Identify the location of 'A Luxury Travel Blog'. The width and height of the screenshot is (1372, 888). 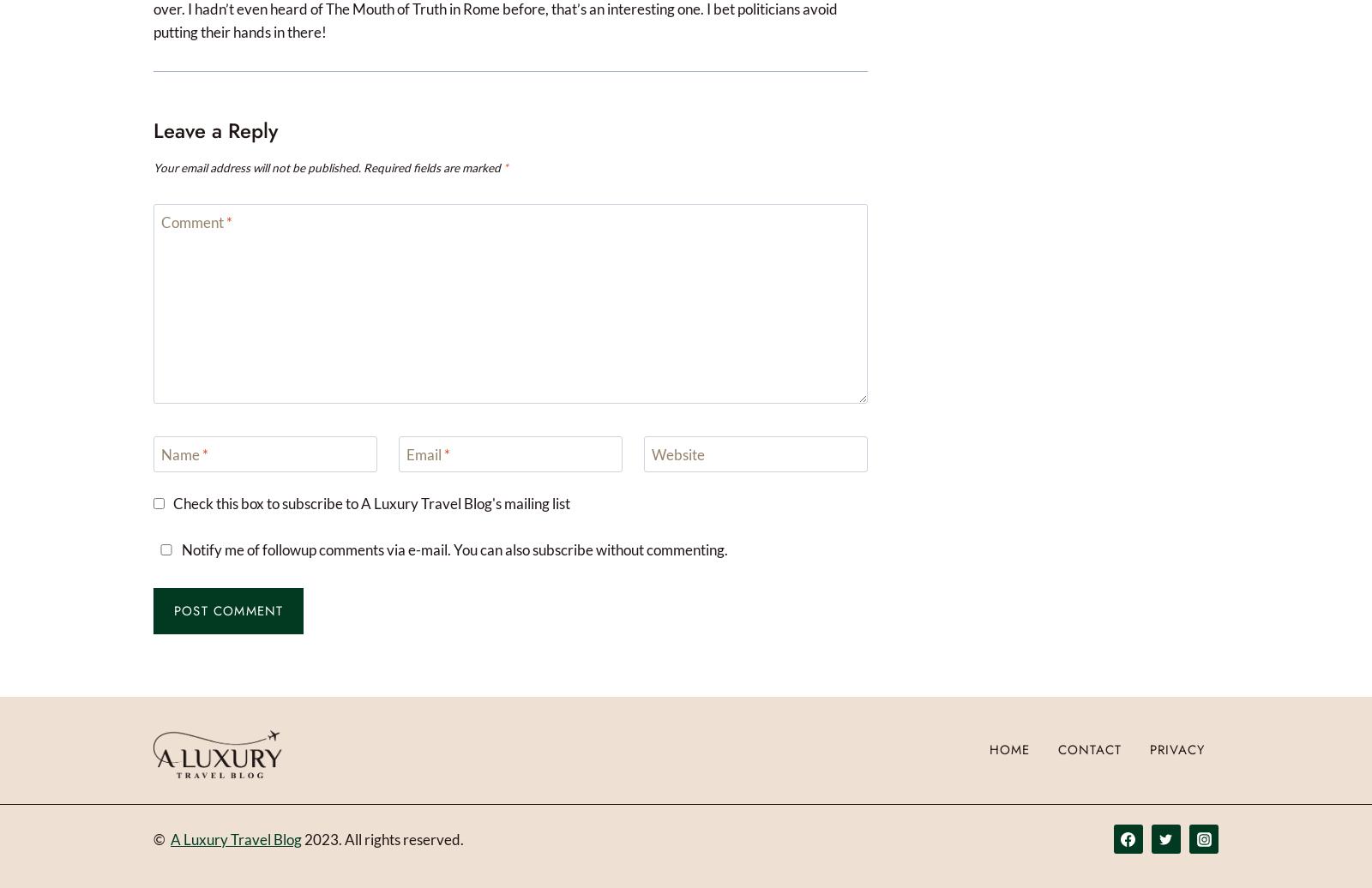
(236, 838).